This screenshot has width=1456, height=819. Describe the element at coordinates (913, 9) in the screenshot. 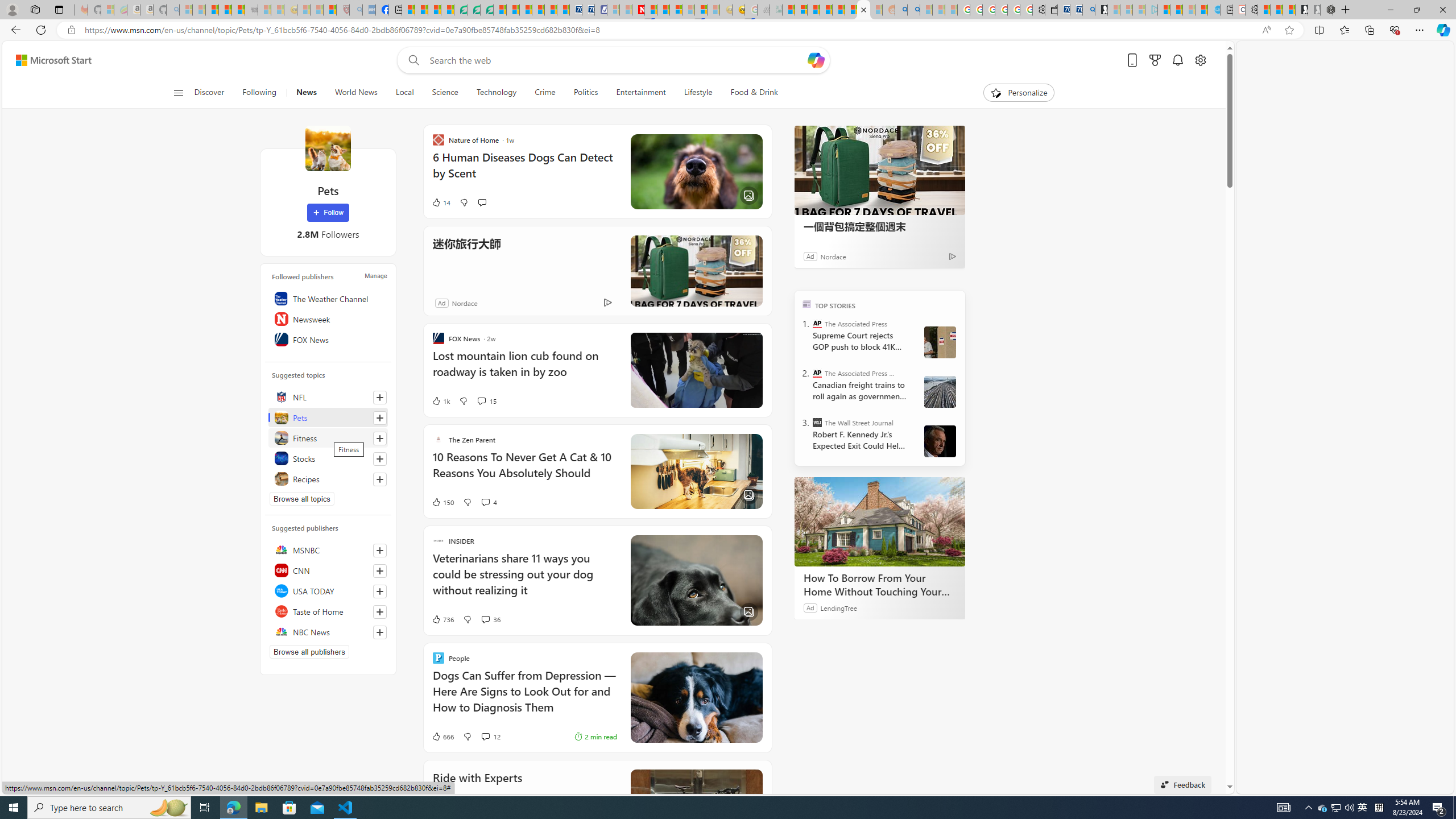

I see `'Utah sues federal government - Search'` at that location.